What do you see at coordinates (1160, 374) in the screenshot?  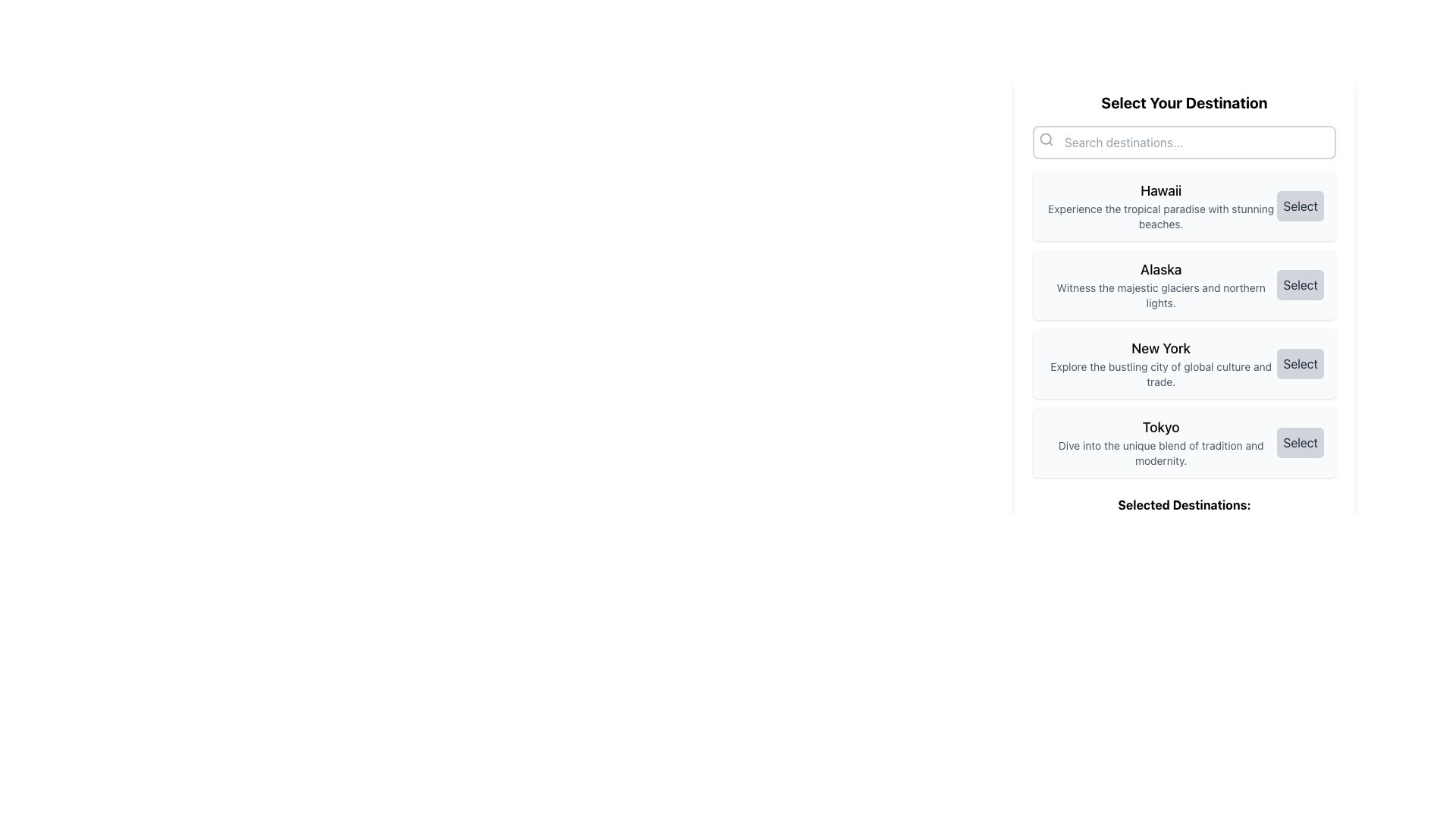 I see `the descriptive text element for New York, which is located below the 'New York' title in the destination list` at bounding box center [1160, 374].